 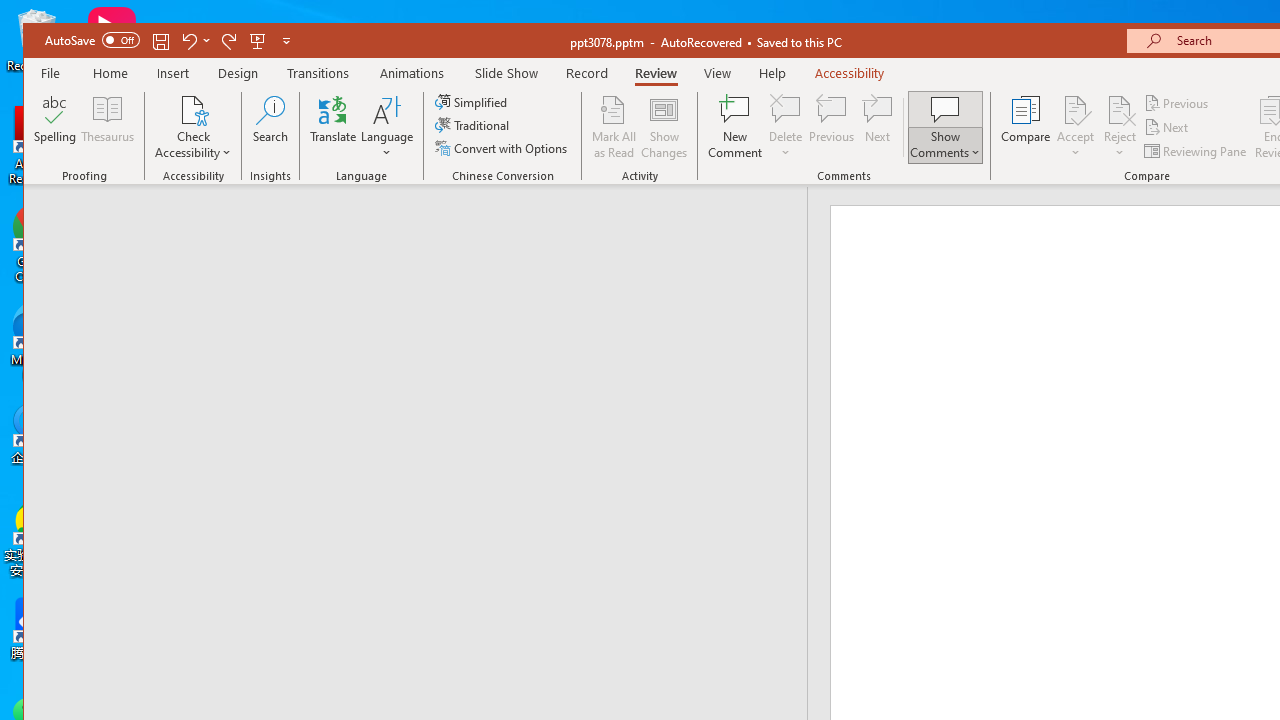 What do you see at coordinates (1196, 150) in the screenshot?
I see `'Reviewing Pane'` at bounding box center [1196, 150].